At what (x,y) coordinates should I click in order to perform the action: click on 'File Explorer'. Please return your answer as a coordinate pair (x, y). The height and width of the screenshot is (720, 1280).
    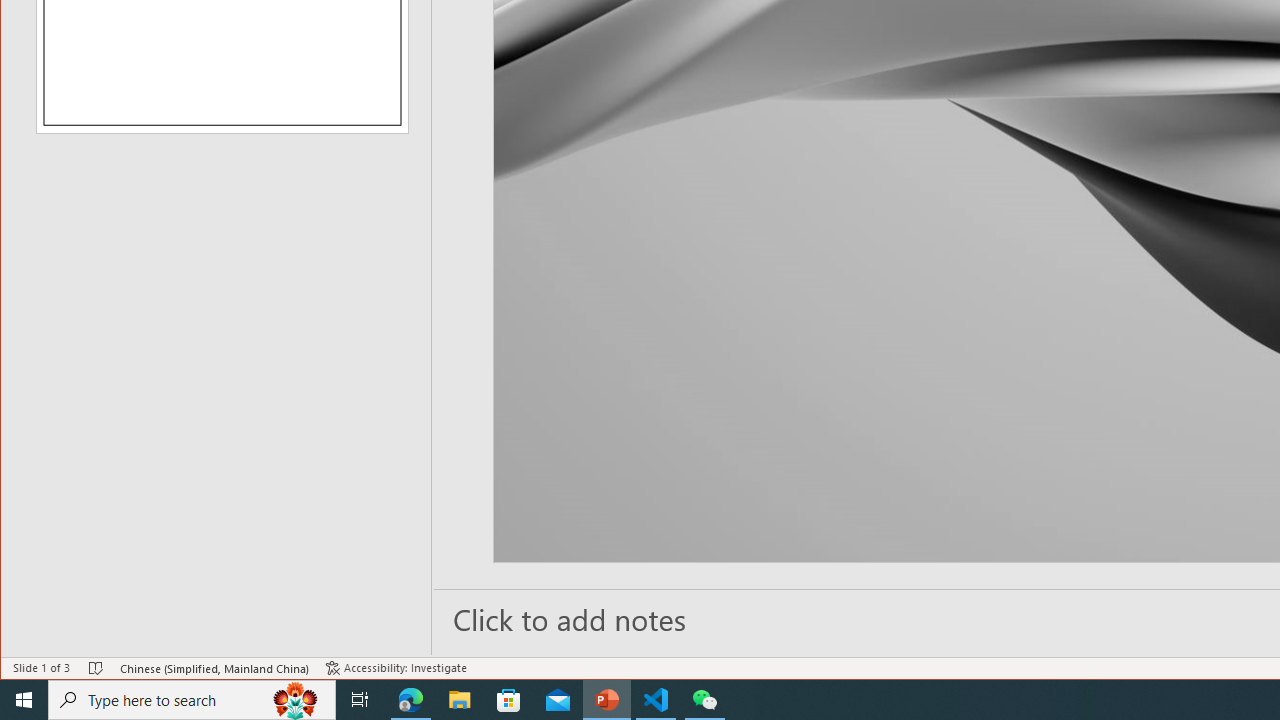
    Looking at the image, I should click on (459, 698).